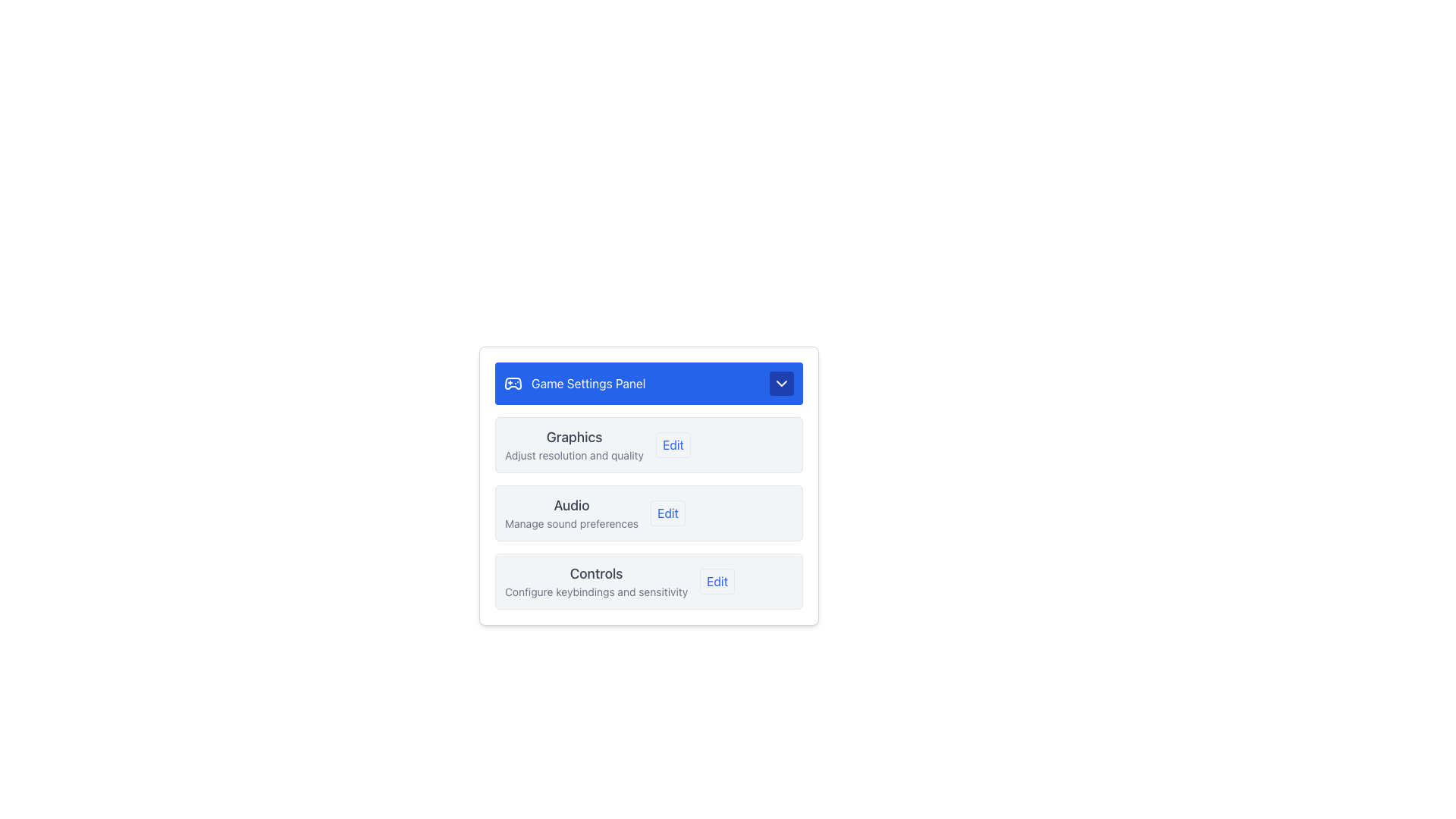  Describe the element at coordinates (667, 513) in the screenshot. I see `the 'Edit' button with blue text and a transparent background located to the right of the subtitle 'Manage sound preferences' within the 'Audio' card` at that location.